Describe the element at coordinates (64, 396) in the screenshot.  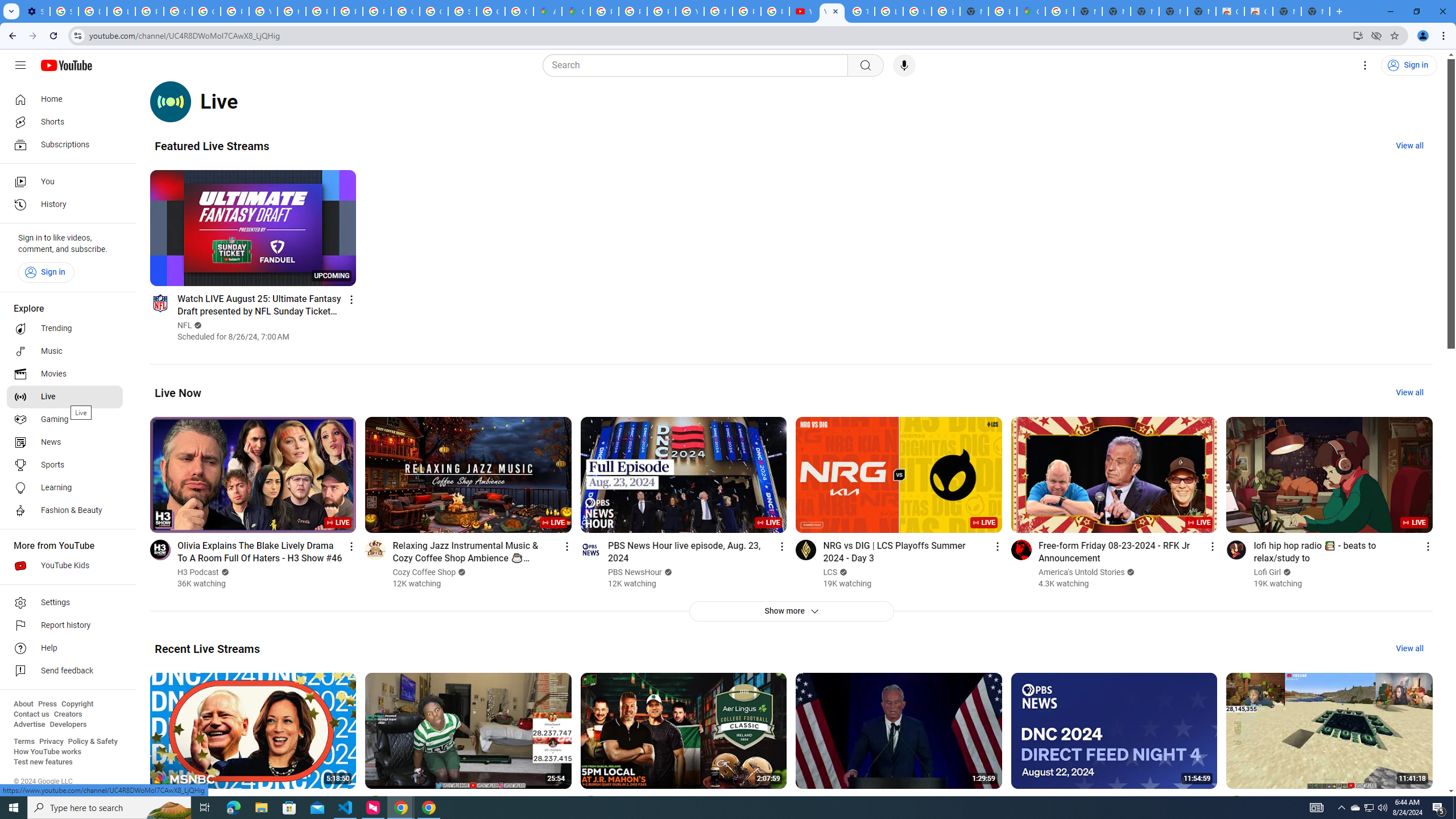
I see `'Live'` at that location.